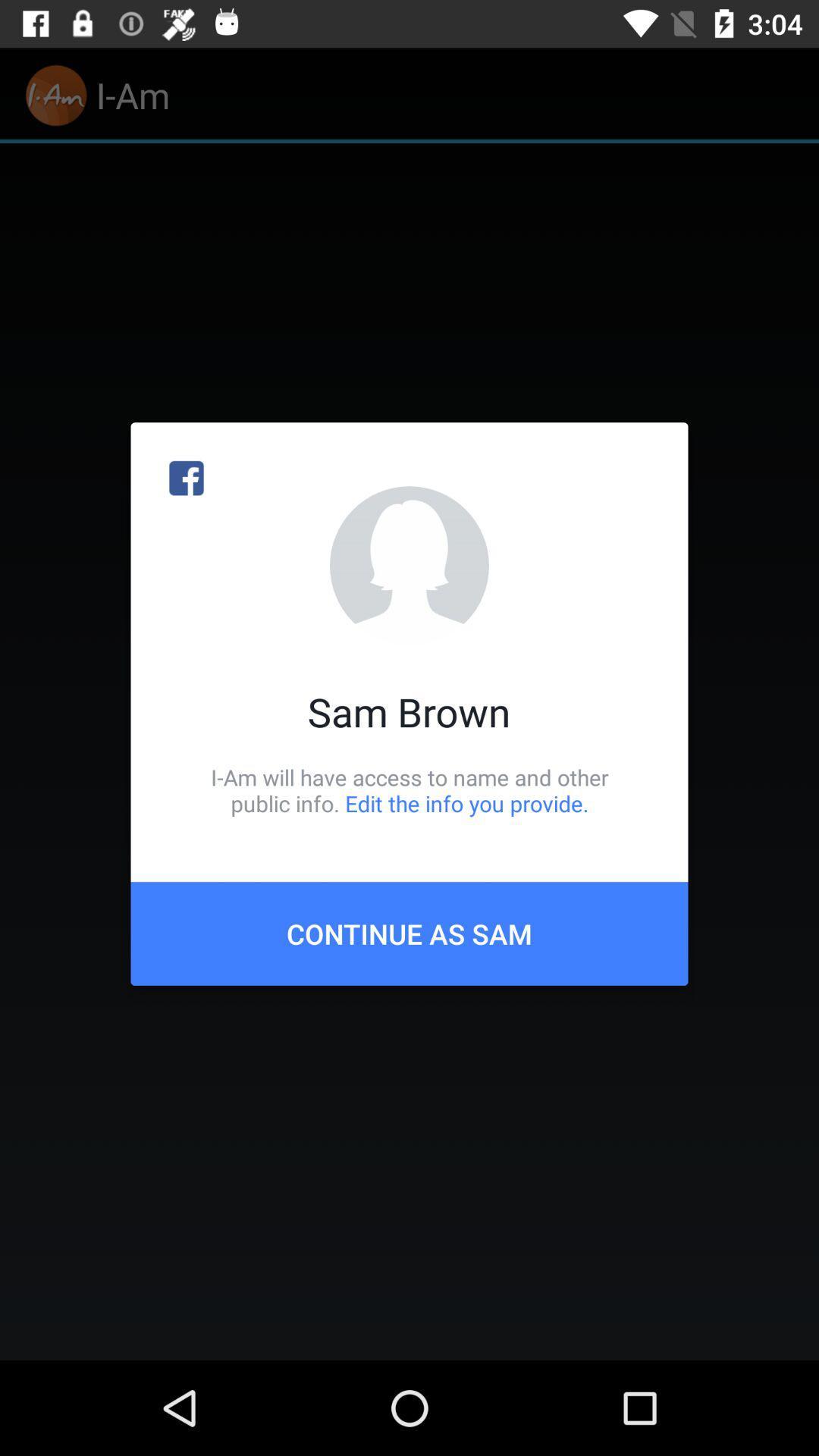  What do you see at coordinates (409, 789) in the screenshot?
I see `the item above continue as sam item` at bounding box center [409, 789].